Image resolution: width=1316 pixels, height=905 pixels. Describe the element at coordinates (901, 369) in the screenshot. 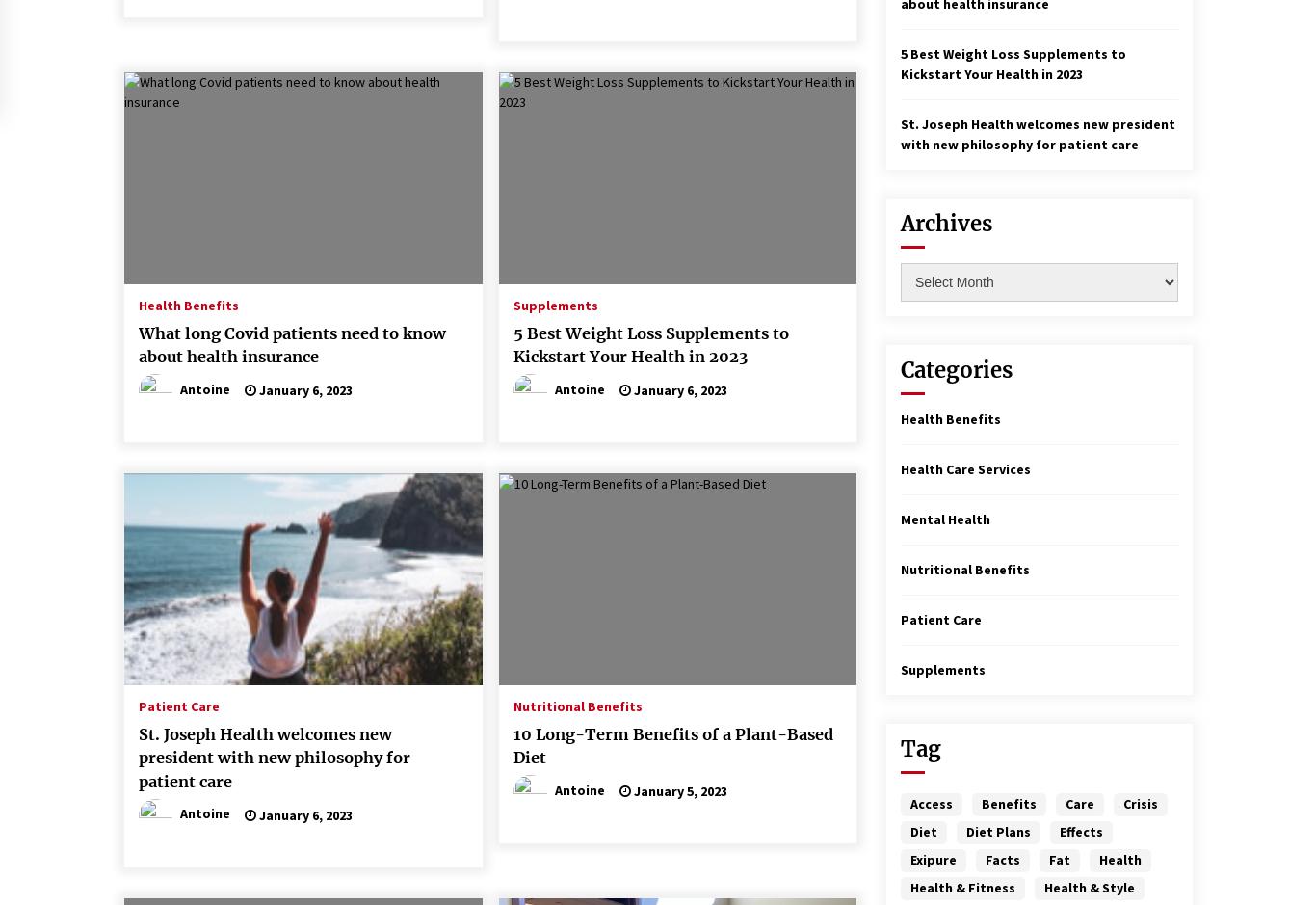

I see `'Categories'` at that location.